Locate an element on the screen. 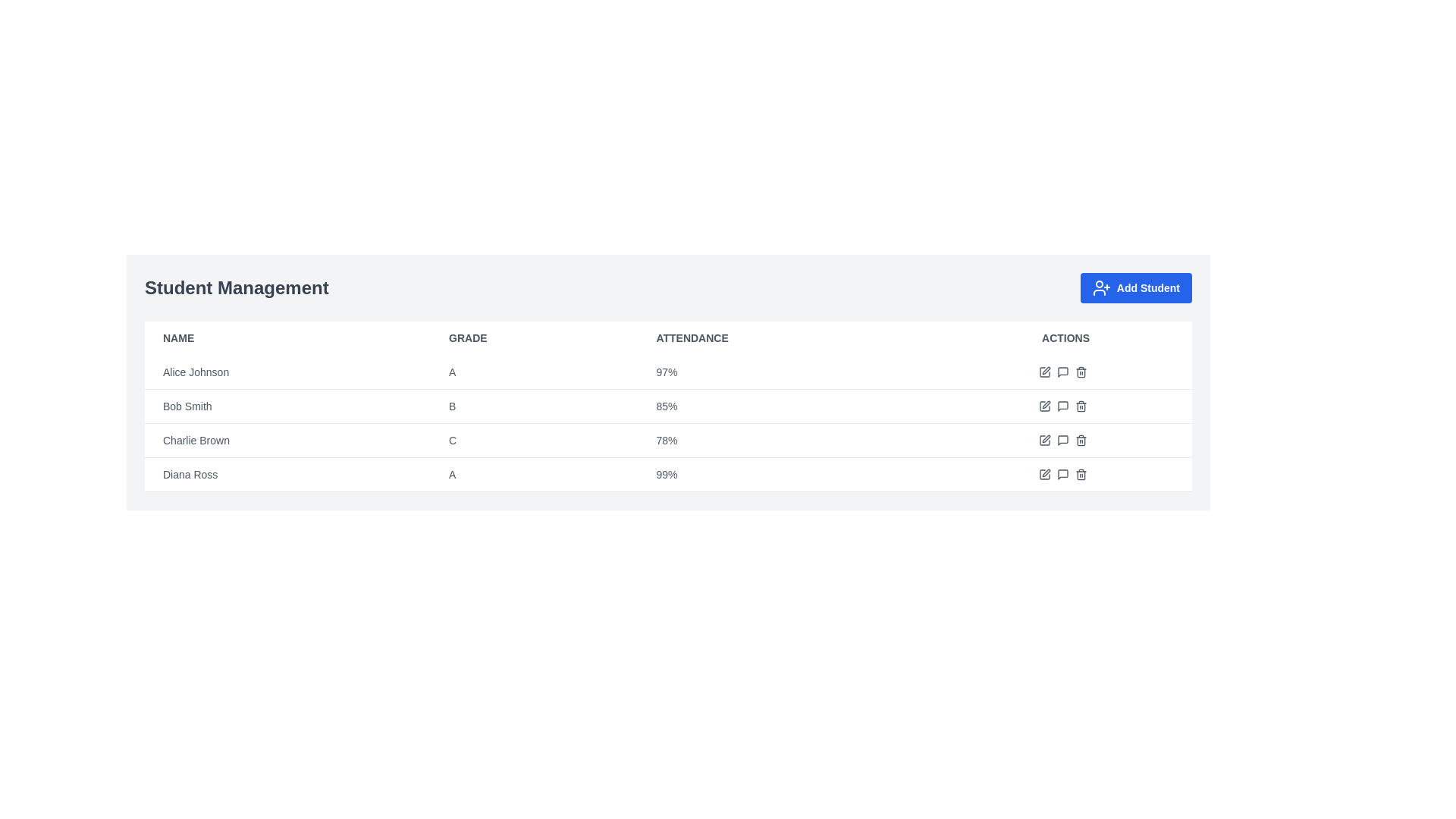 This screenshot has width=1456, height=819. the flag icon button located in the 'Actions' column for 'Bob Smith' is located at coordinates (1065, 406).